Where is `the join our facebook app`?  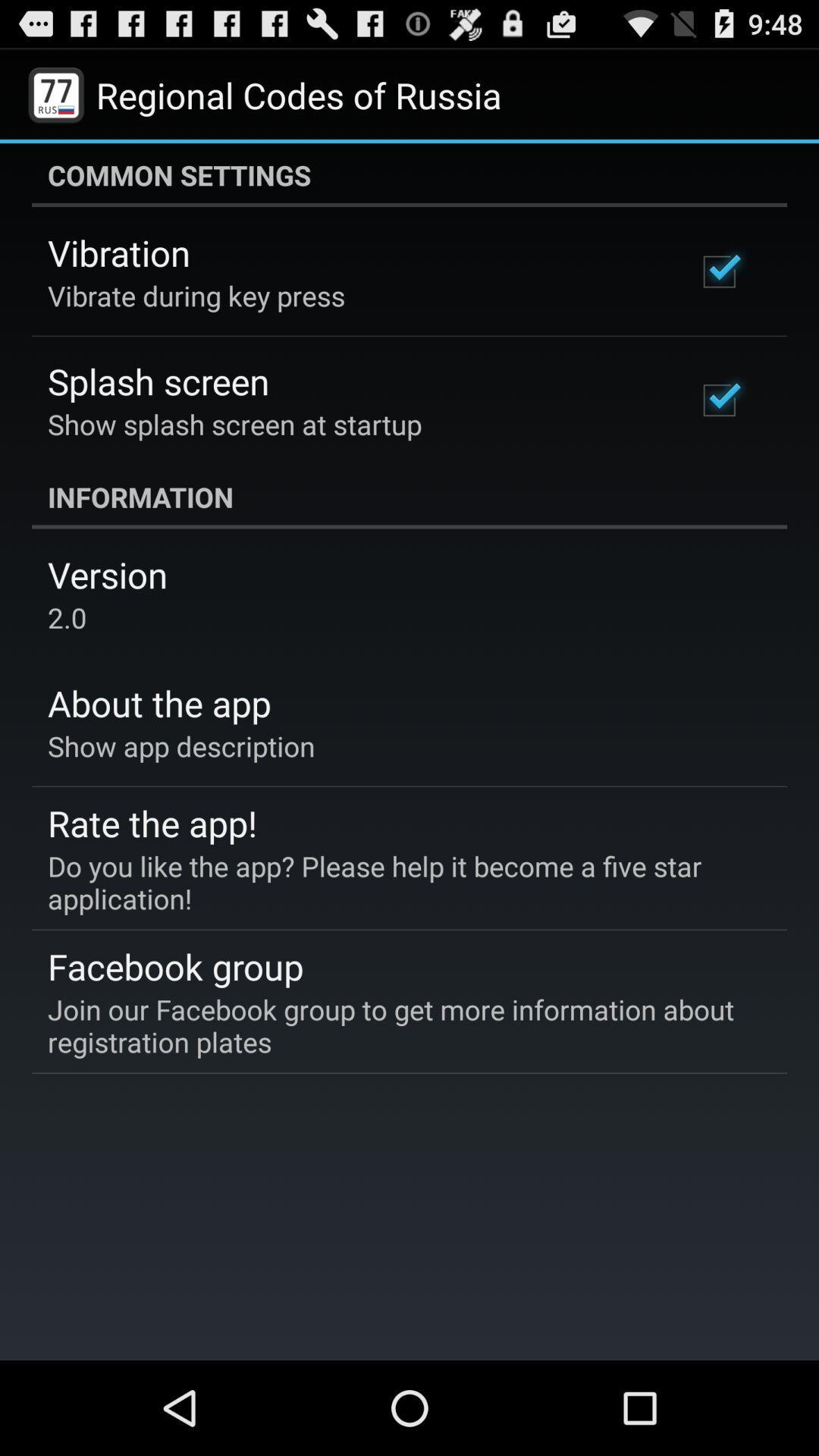 the join our facebook app is located at coordinates (398, 1025).